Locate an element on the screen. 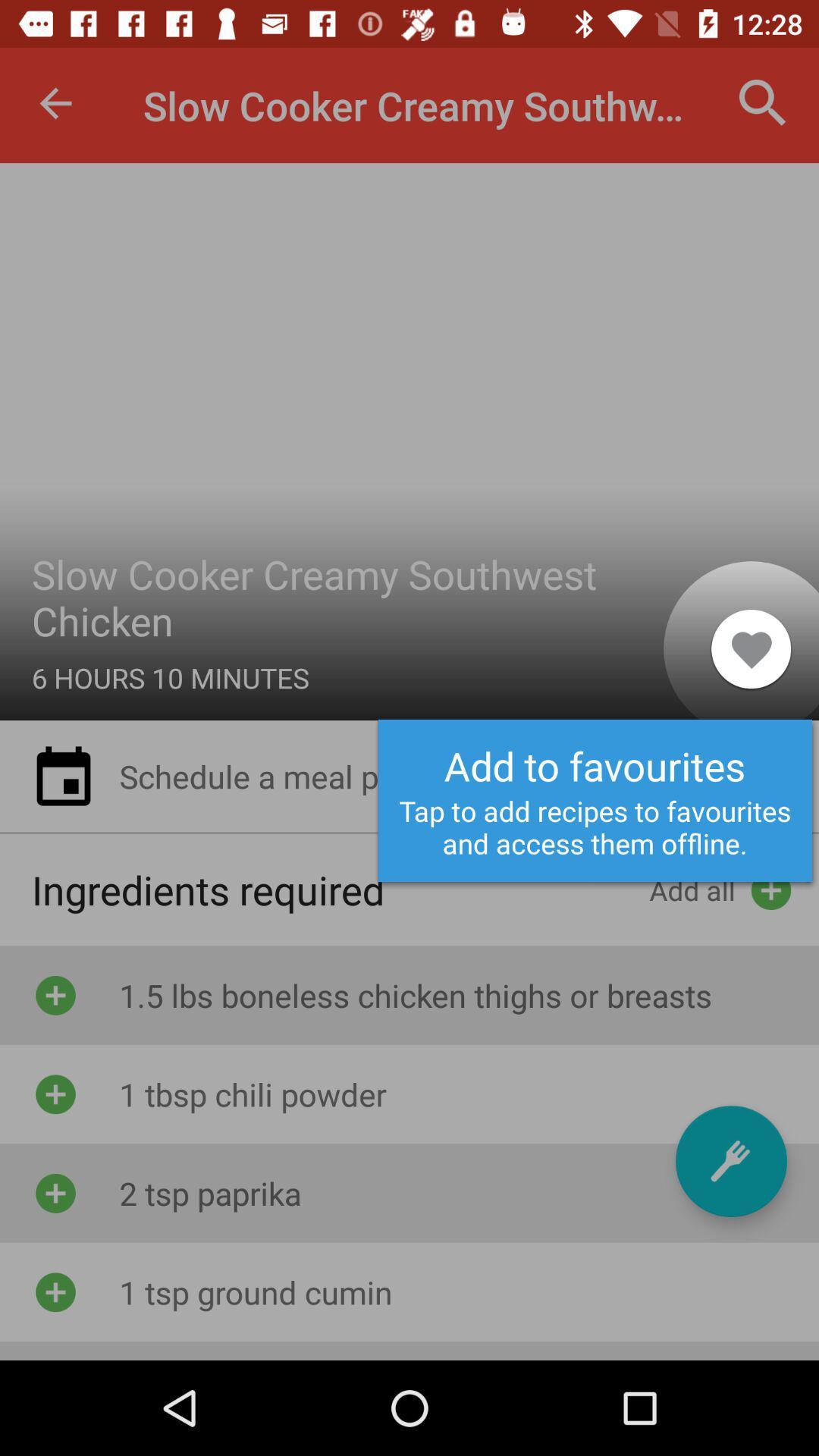  item to the left of slow cooker creamy item is located at coordinates (55, 102).